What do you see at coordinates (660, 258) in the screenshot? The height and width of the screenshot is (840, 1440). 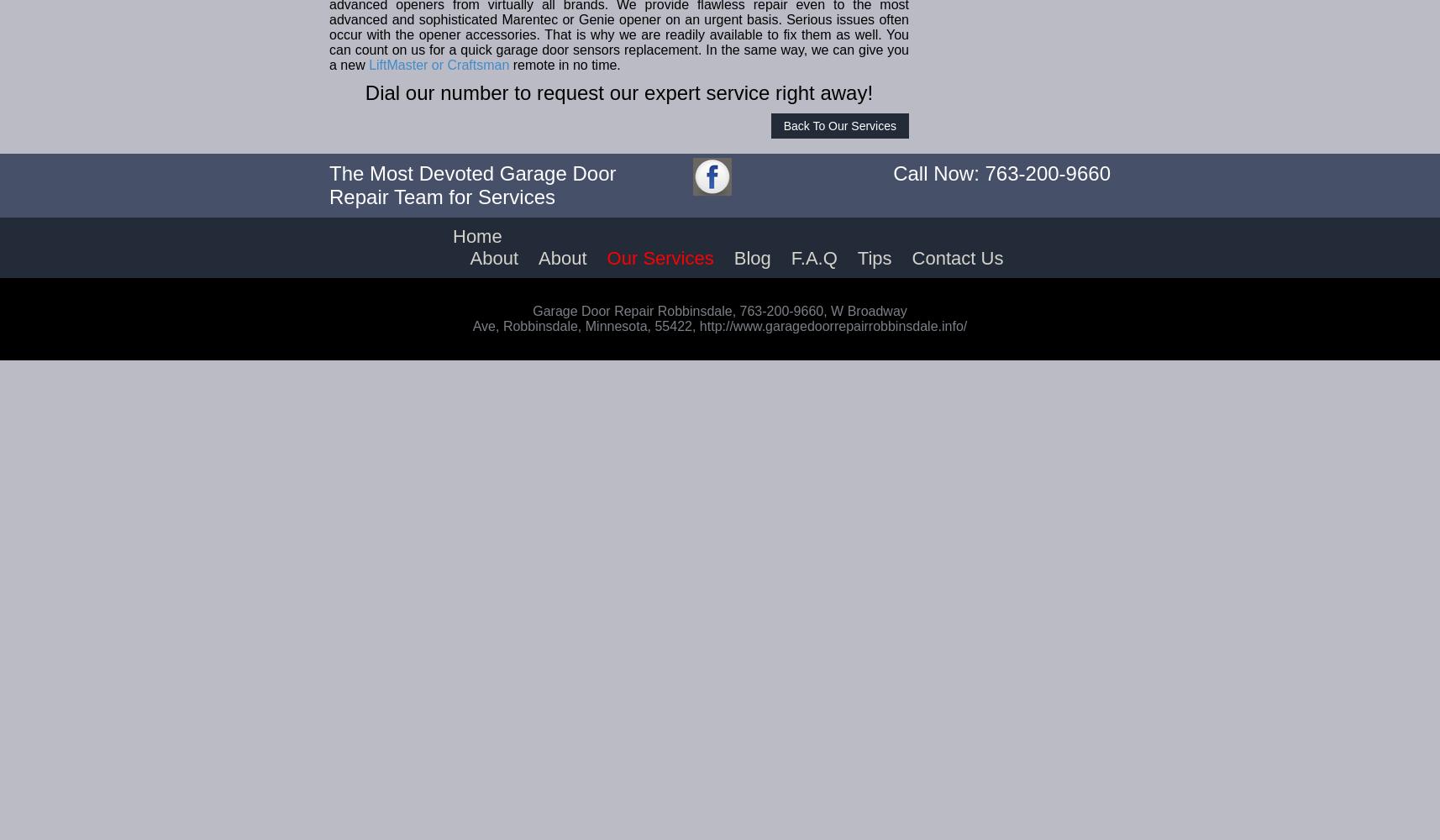 I see `'Our Services'` at bounding box center [660, 258].